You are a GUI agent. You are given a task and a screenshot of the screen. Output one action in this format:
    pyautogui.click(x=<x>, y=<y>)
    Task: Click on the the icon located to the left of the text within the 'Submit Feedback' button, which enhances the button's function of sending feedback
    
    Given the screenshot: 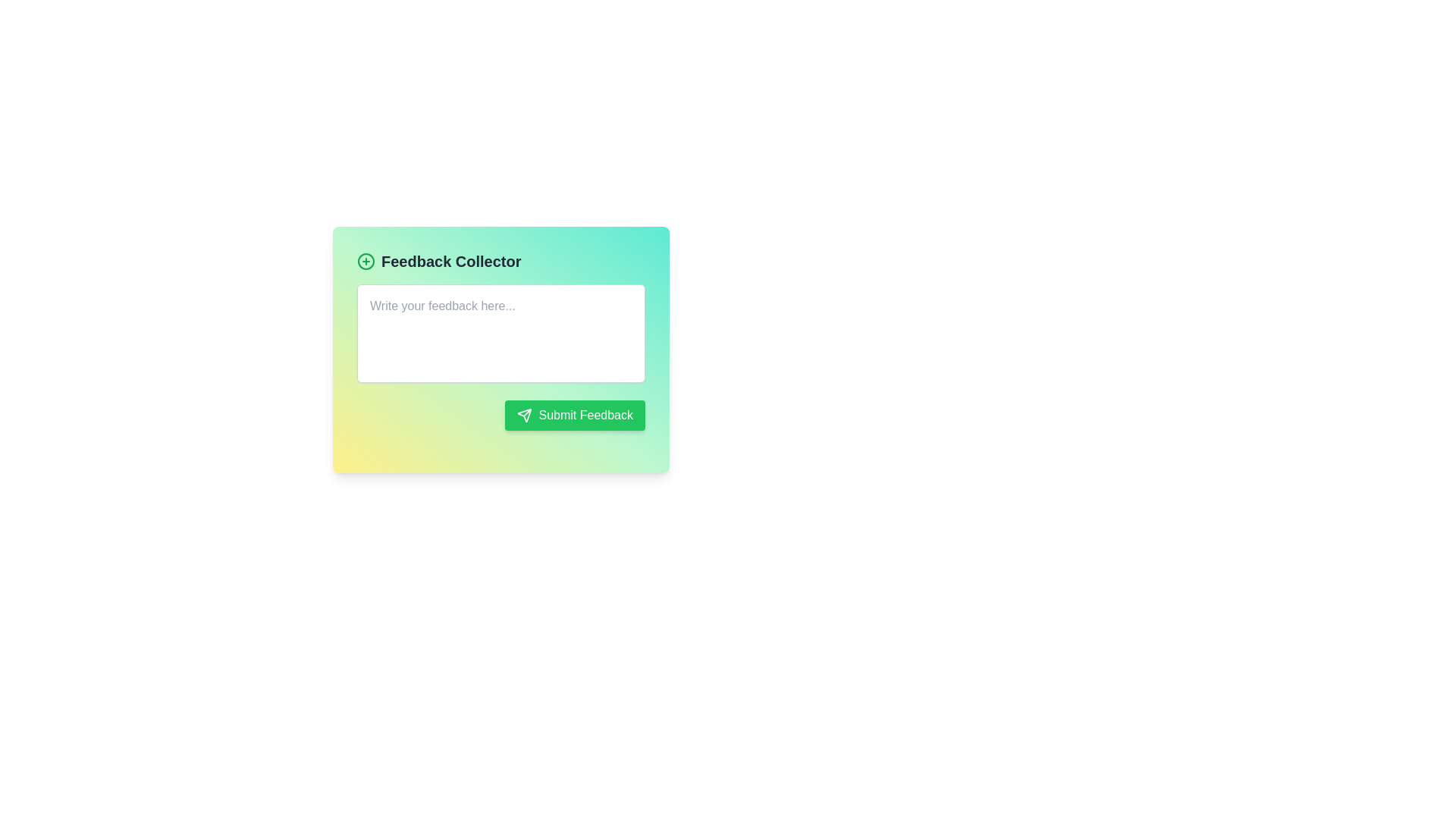 What is the action you would take?
    pyautogui.click(x=525, y=415)
    